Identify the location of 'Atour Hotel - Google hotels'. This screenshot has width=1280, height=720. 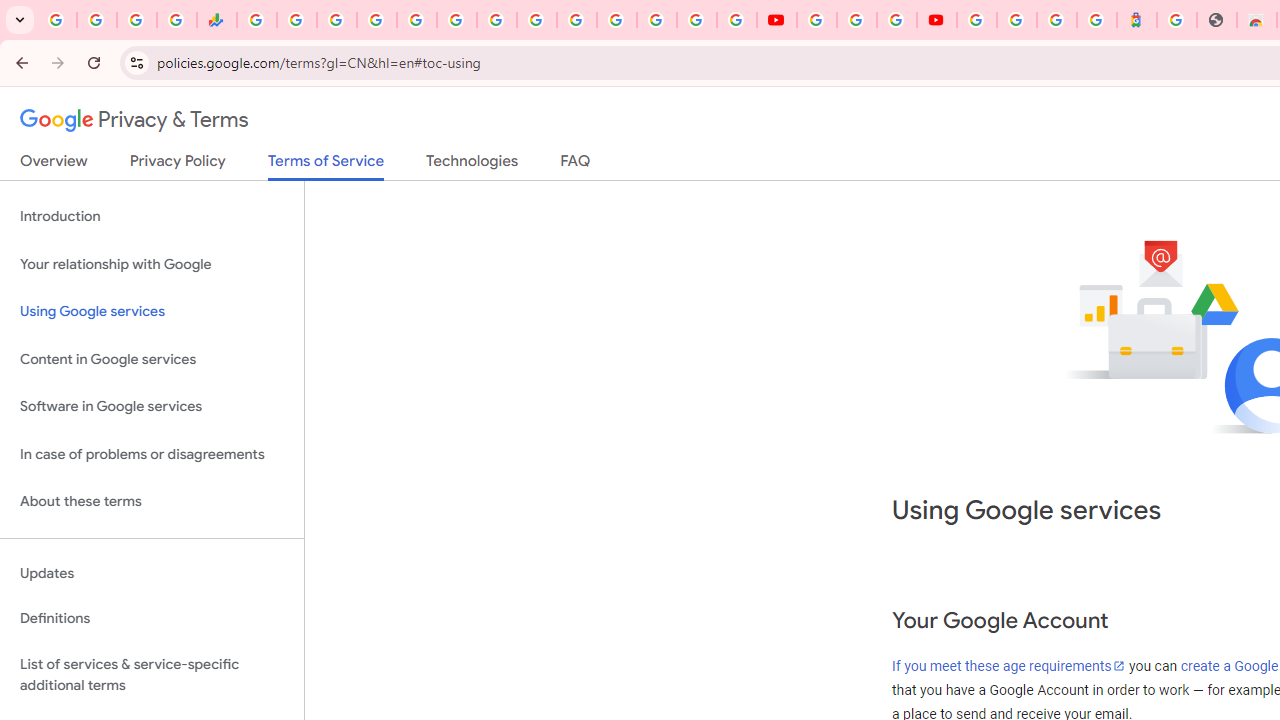
(1137, 20).